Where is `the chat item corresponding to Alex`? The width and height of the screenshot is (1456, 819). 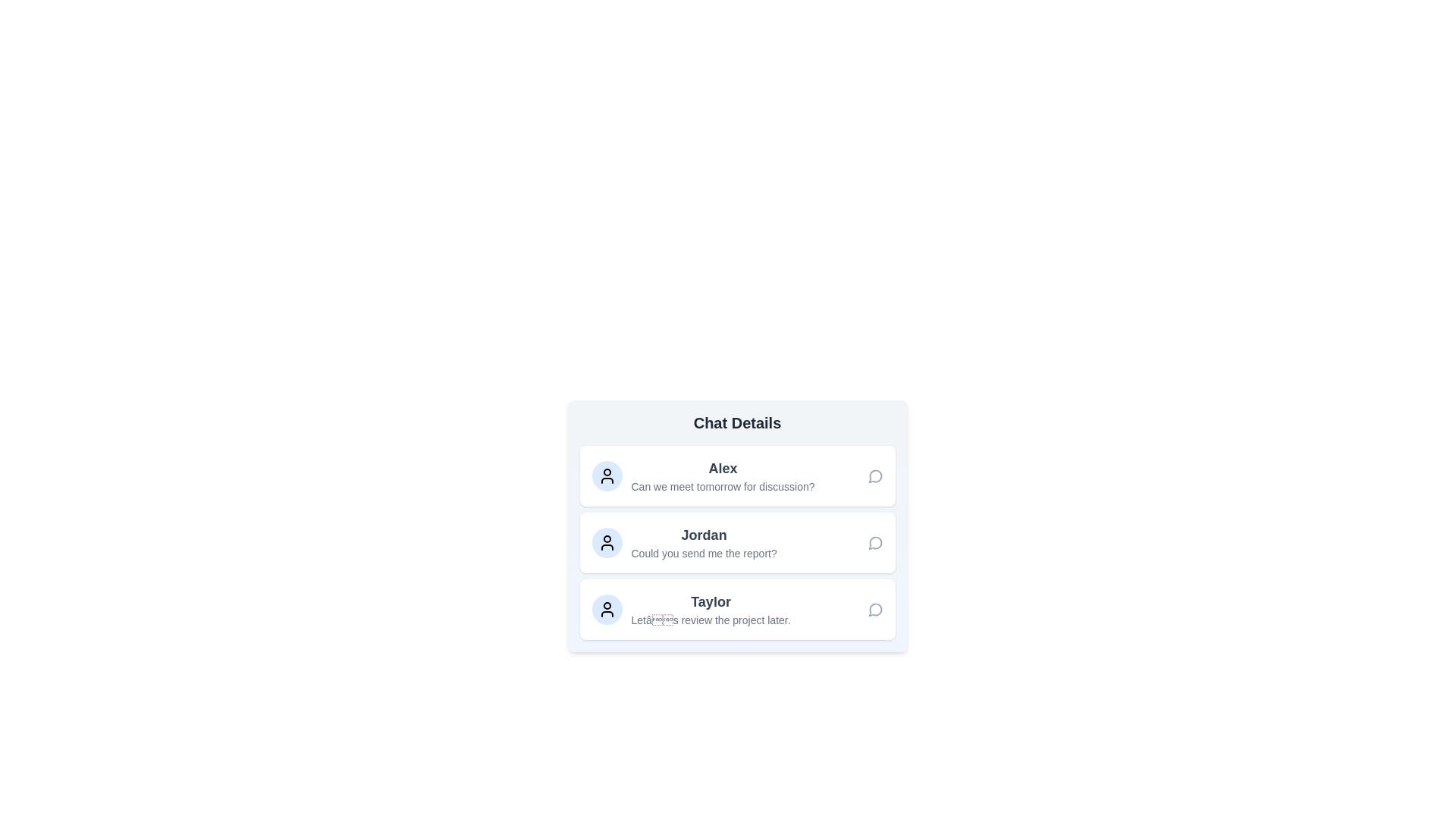
the chat item corresponding to Alex is located at coordinates (737, 475).